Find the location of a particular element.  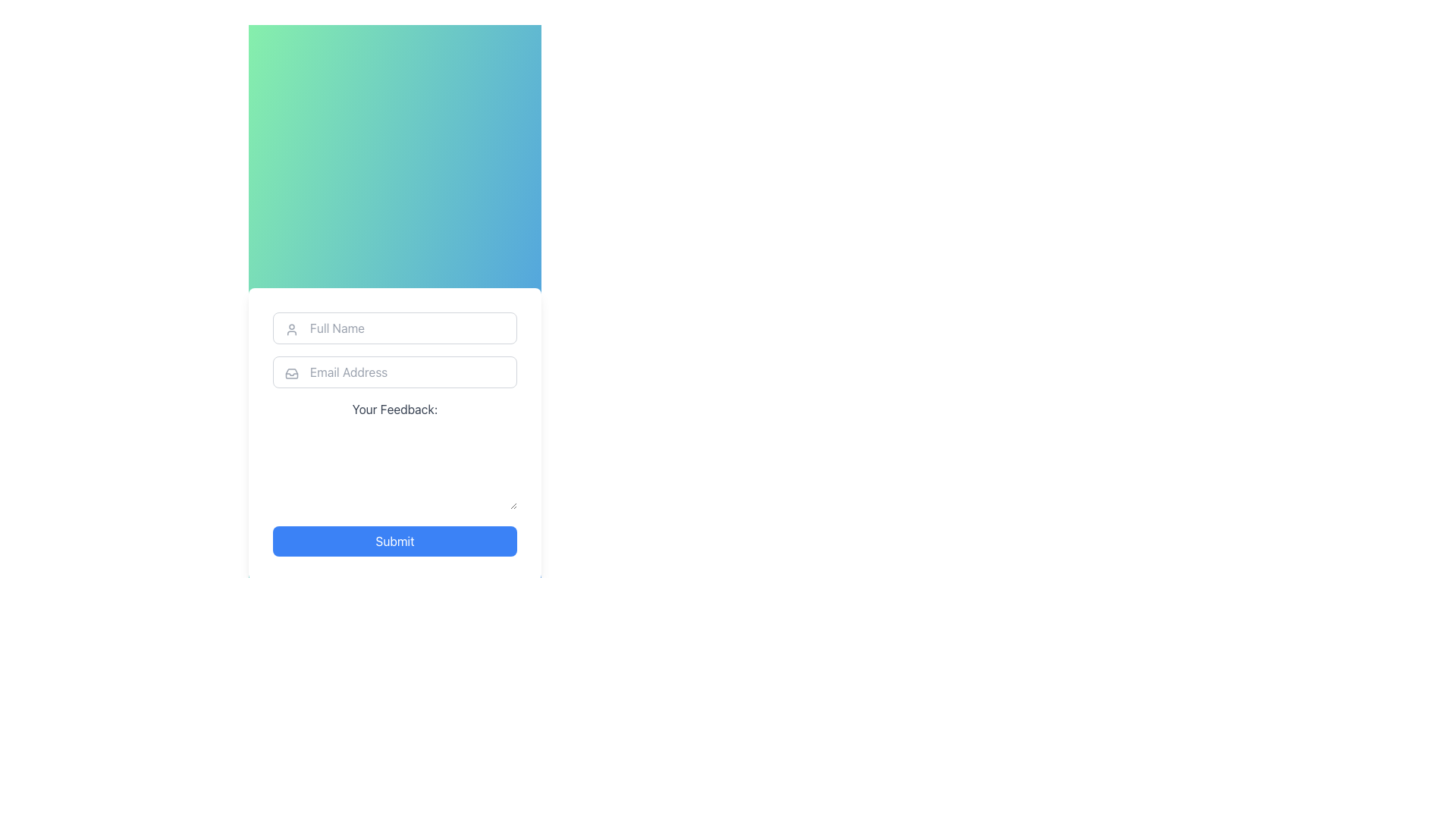

the icon that serves as a visual cue for the email input field, located on the left side near the top of the input field is located at coordinates (291, 374).